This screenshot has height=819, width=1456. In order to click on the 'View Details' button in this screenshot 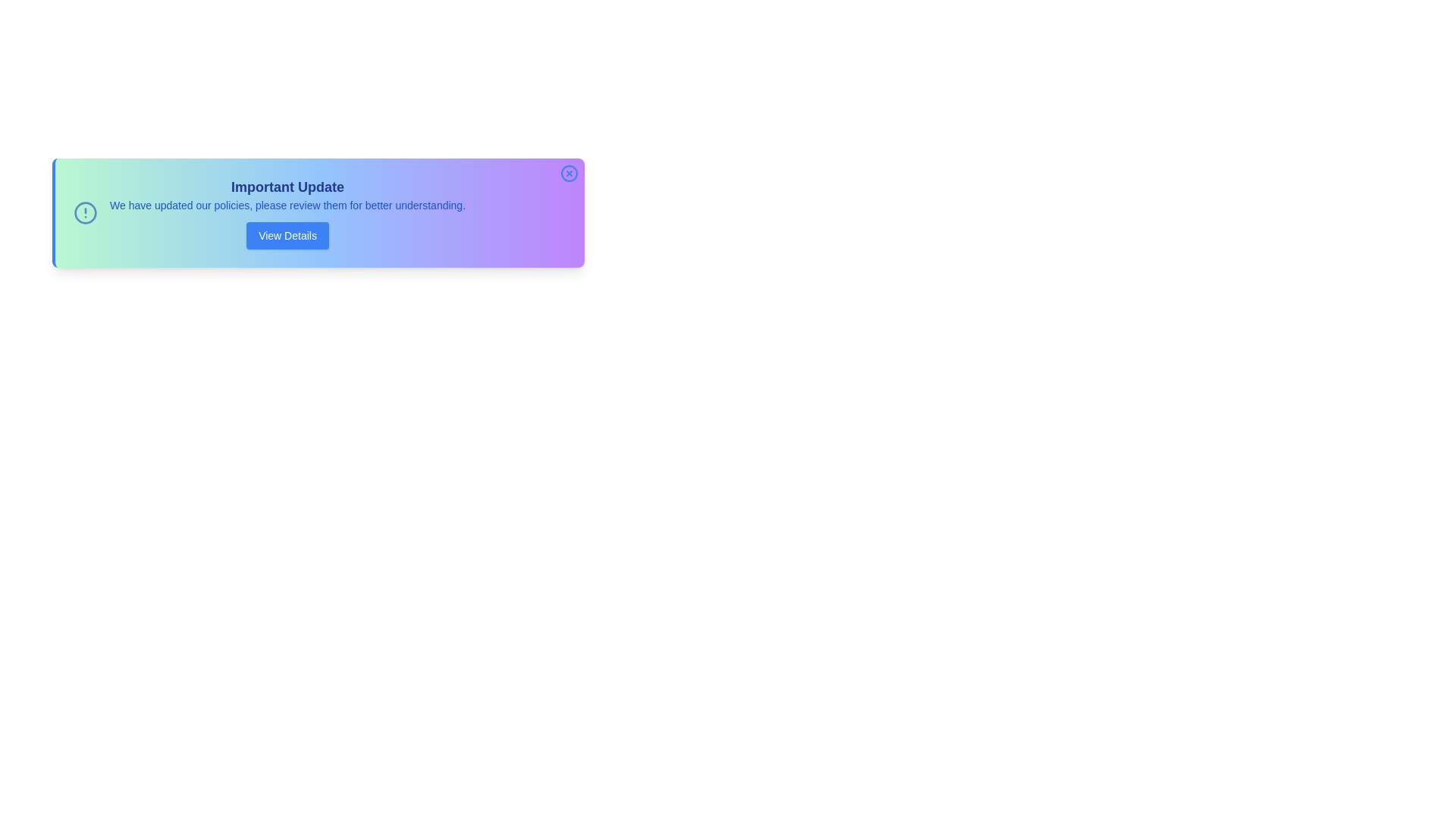, I will do `click(287, 236)`.